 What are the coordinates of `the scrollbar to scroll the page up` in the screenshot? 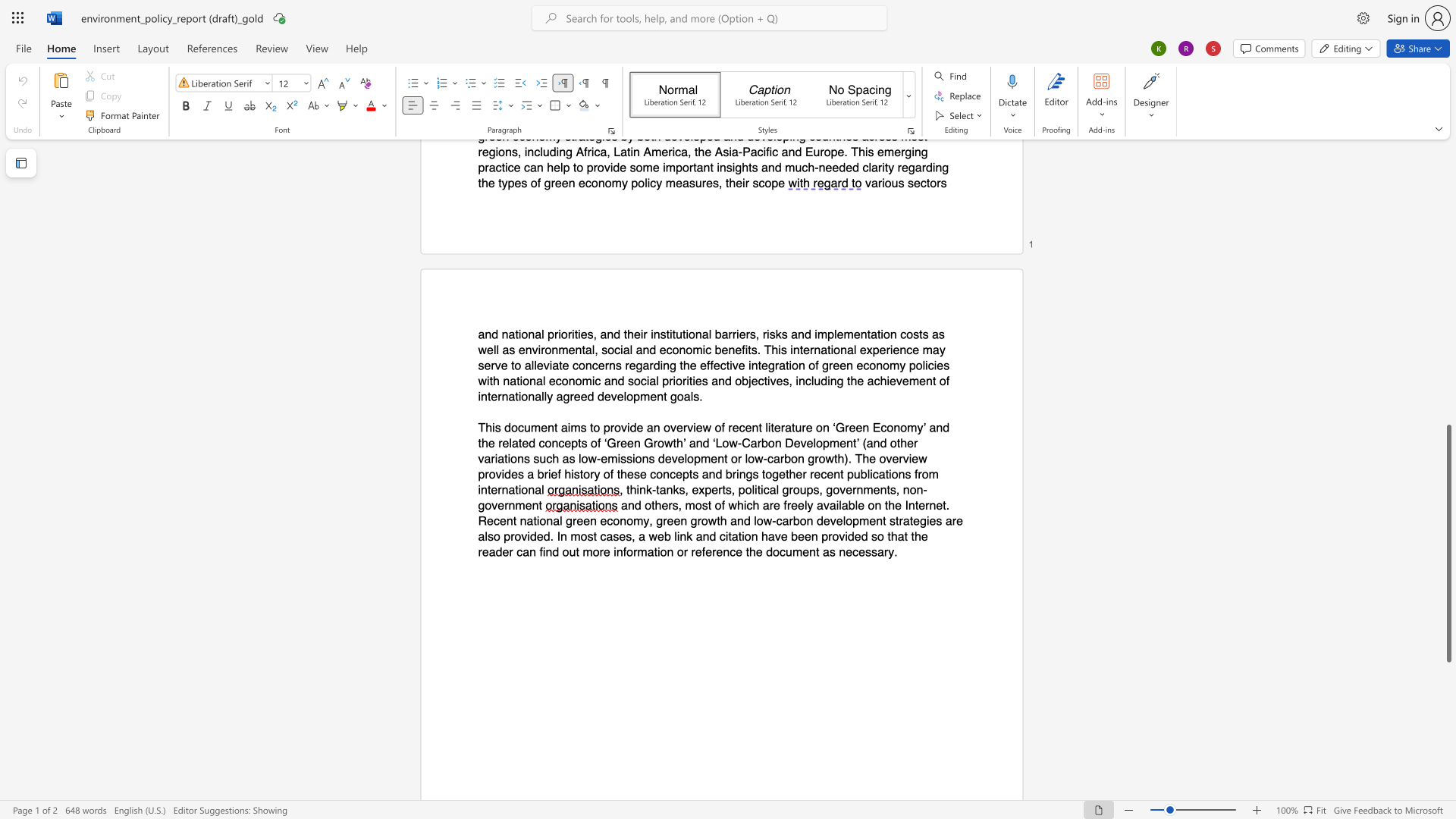 It's located at (1448, 174).